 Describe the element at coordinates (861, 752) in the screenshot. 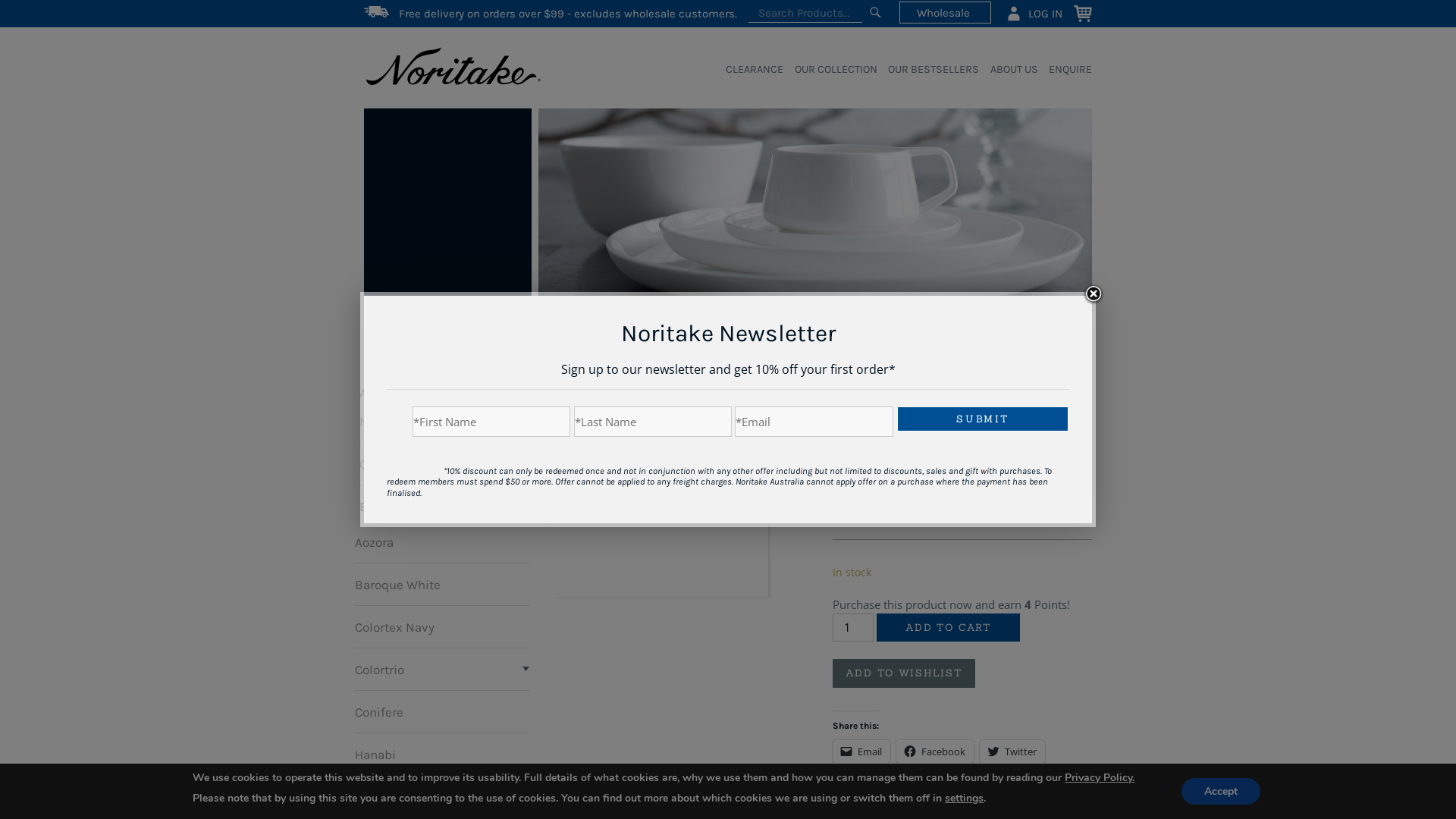

I see `'Email'` at that location.